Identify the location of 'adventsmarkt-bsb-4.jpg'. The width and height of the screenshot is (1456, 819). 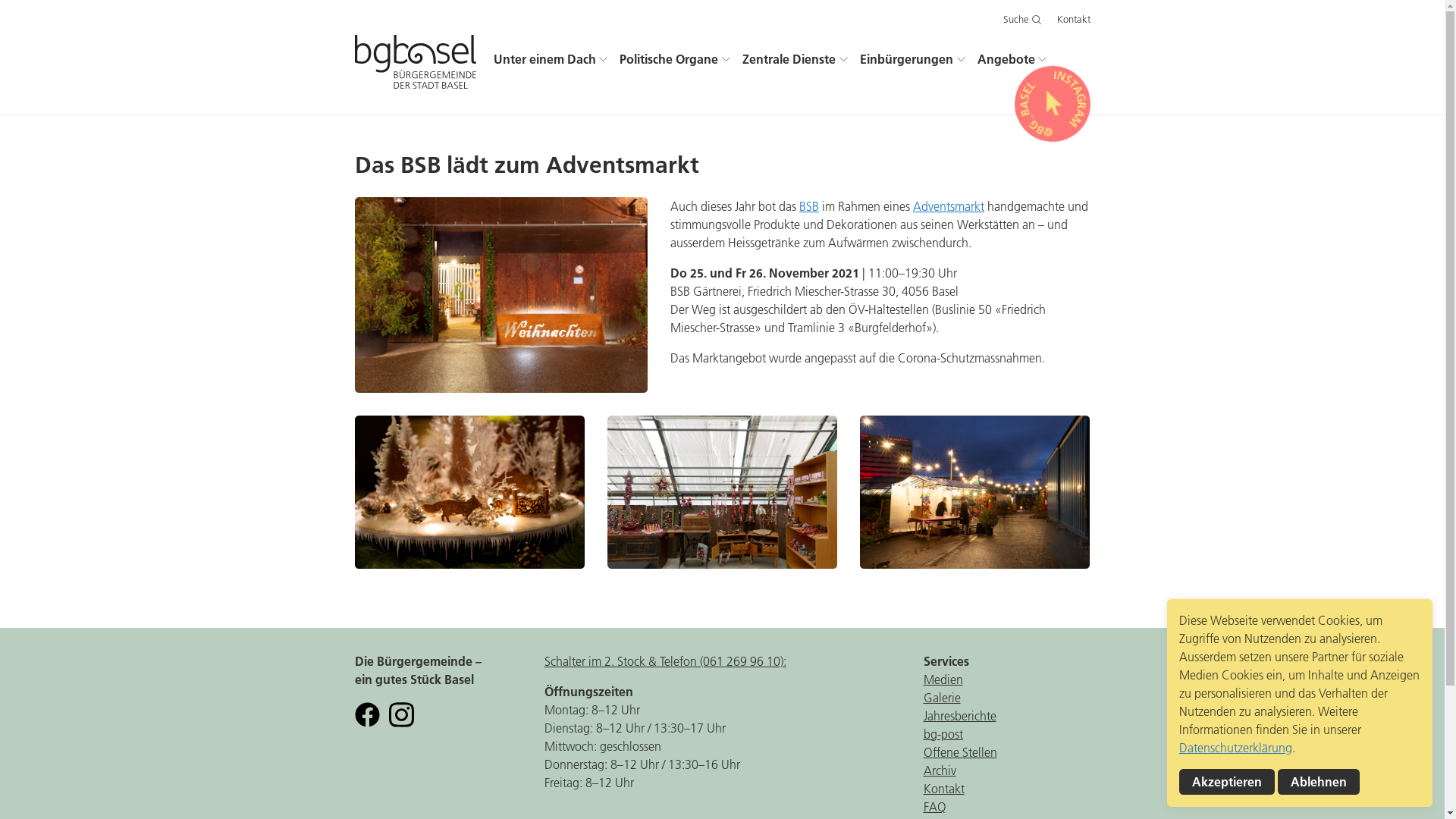
(974, 491).